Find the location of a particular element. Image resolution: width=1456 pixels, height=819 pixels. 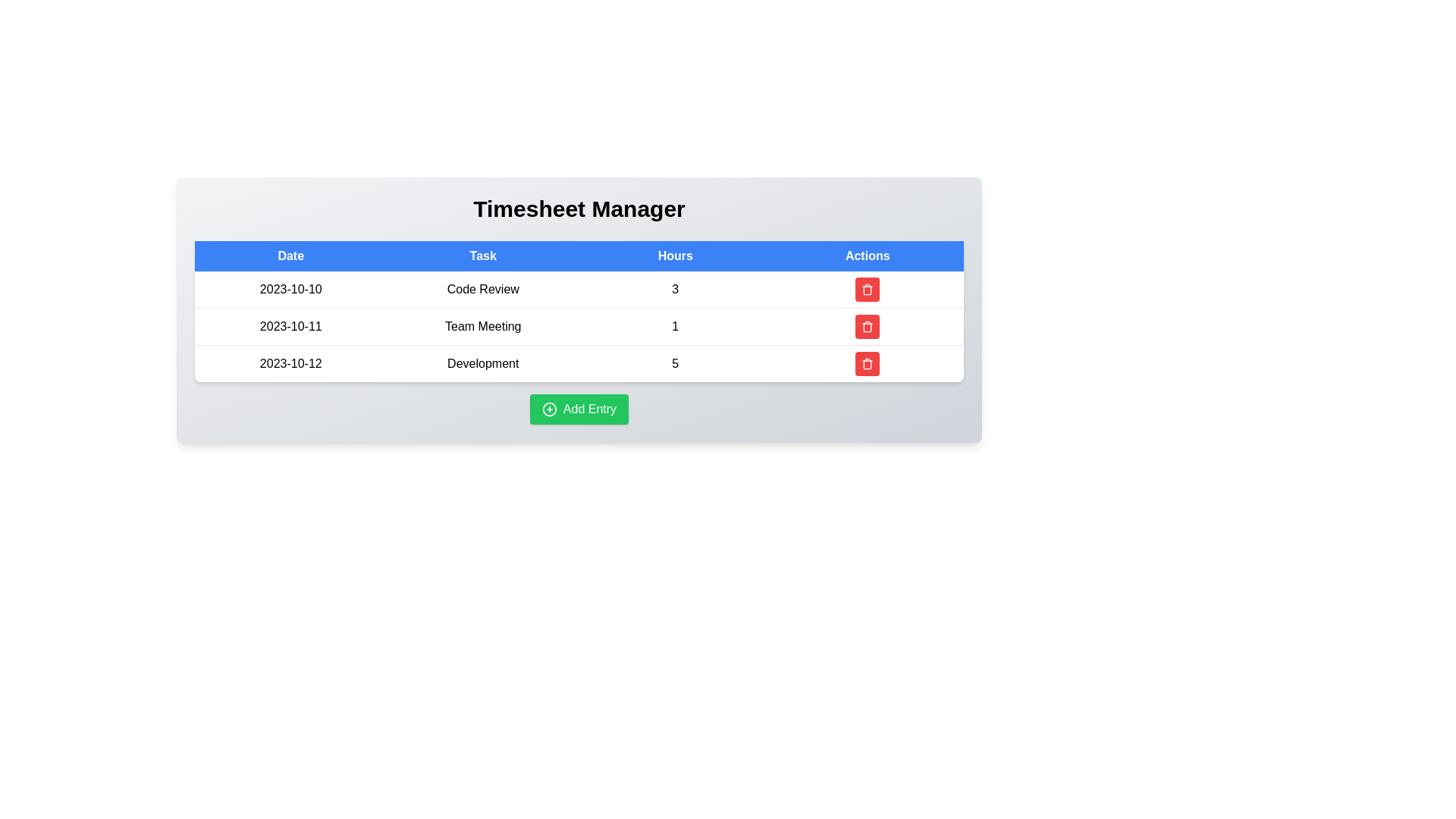

the delete button located in the last column of the first row of the table under the 'Actions' header, adjacent to the '3' cell in the 'Hours' column for the row labeled '2023-10-10' and 'Code Review' is located at coordinates (868, 290).